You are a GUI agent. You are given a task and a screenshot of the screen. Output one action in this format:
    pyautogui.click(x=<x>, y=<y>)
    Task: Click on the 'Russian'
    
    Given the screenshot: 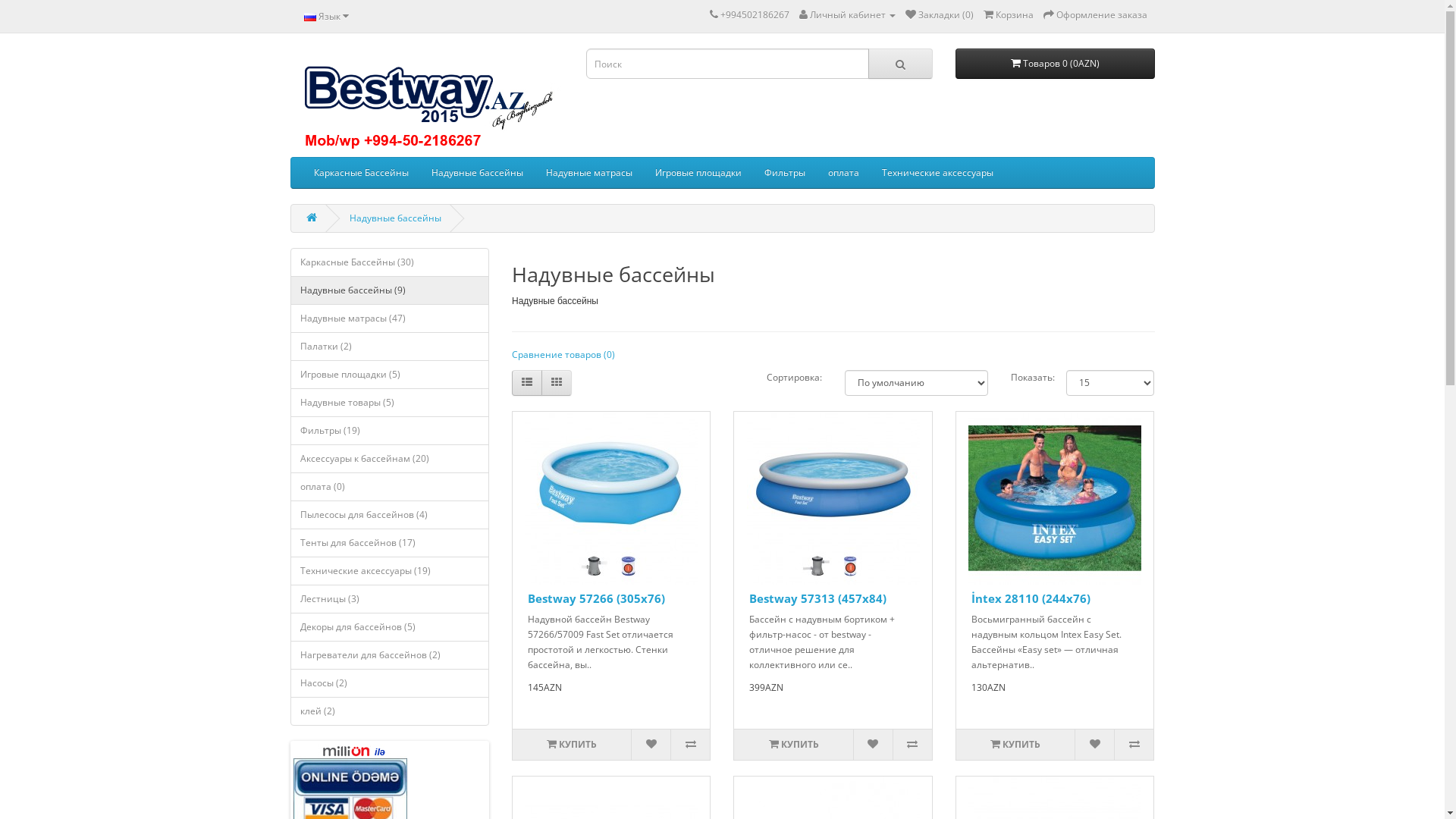 What is the action you would take?
    pyautogui.click(x=309, y=17)
    